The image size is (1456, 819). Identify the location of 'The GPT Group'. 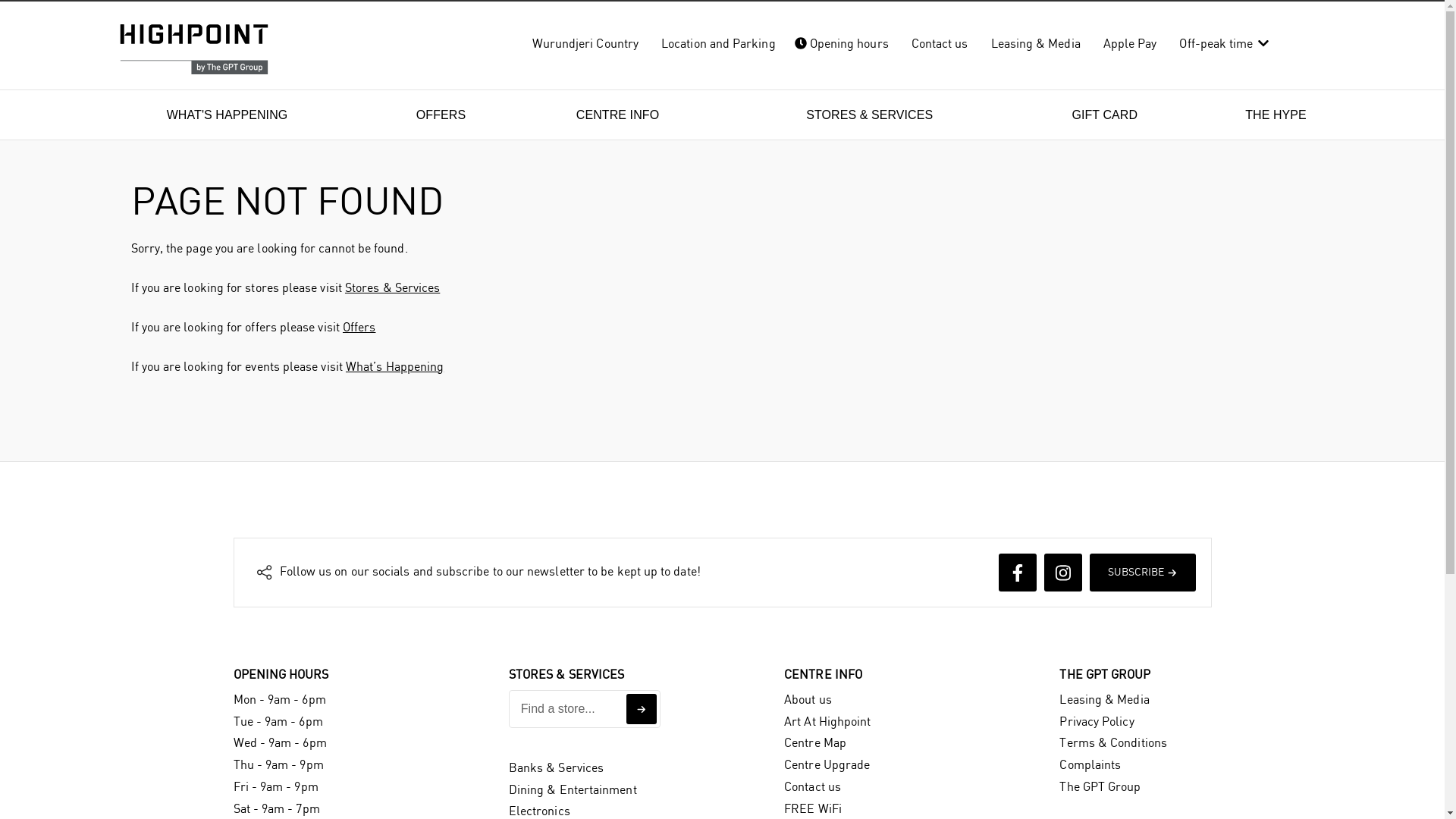
(1058, 786).